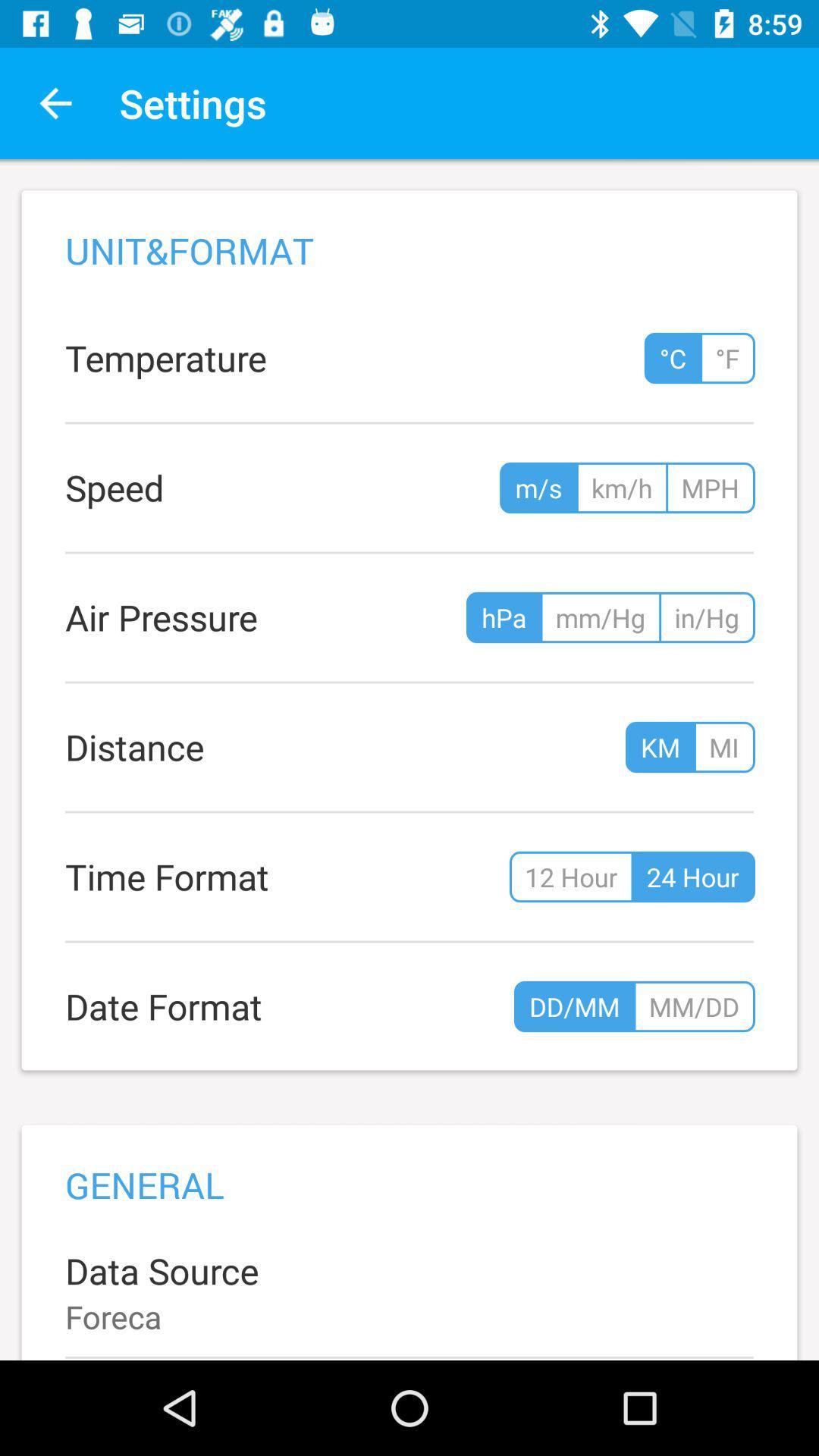  Describe the element at coordinates (600, 617) in the screenshot. I see `mmhg from the air pressure` at that location.